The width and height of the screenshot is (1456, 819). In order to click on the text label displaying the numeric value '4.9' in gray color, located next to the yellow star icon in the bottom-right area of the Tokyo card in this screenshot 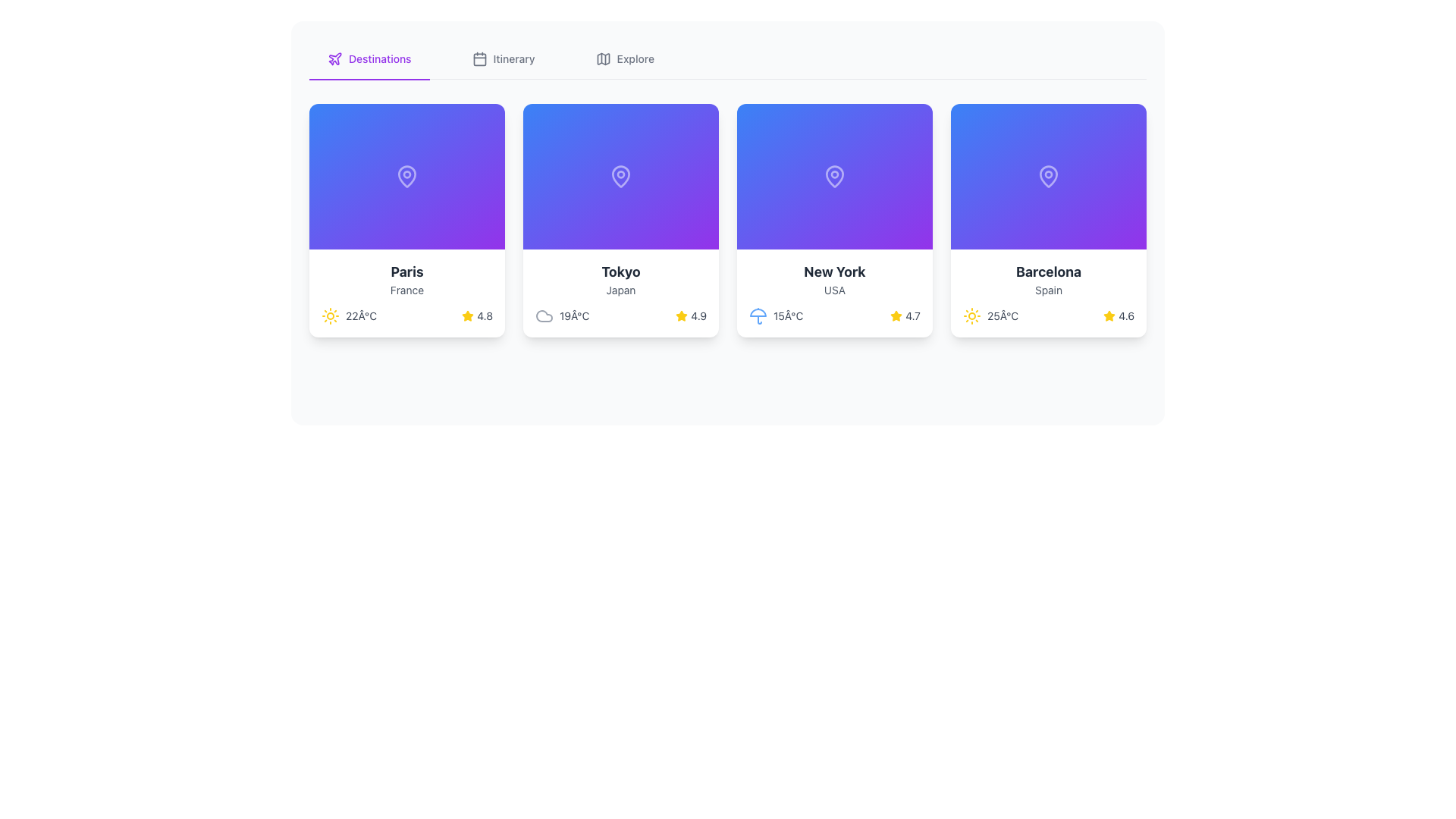, I will do `click(698, 315)`.